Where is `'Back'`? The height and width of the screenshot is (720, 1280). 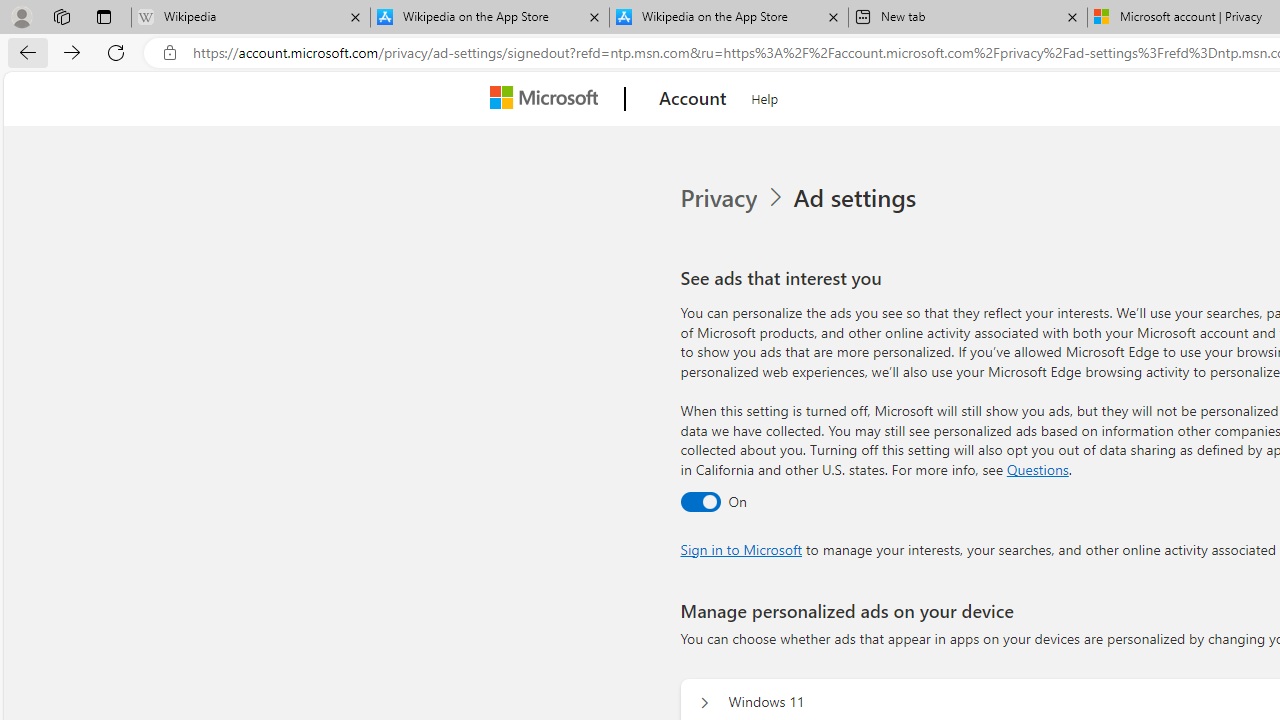 'Back' is located at coordinates (24, 51).